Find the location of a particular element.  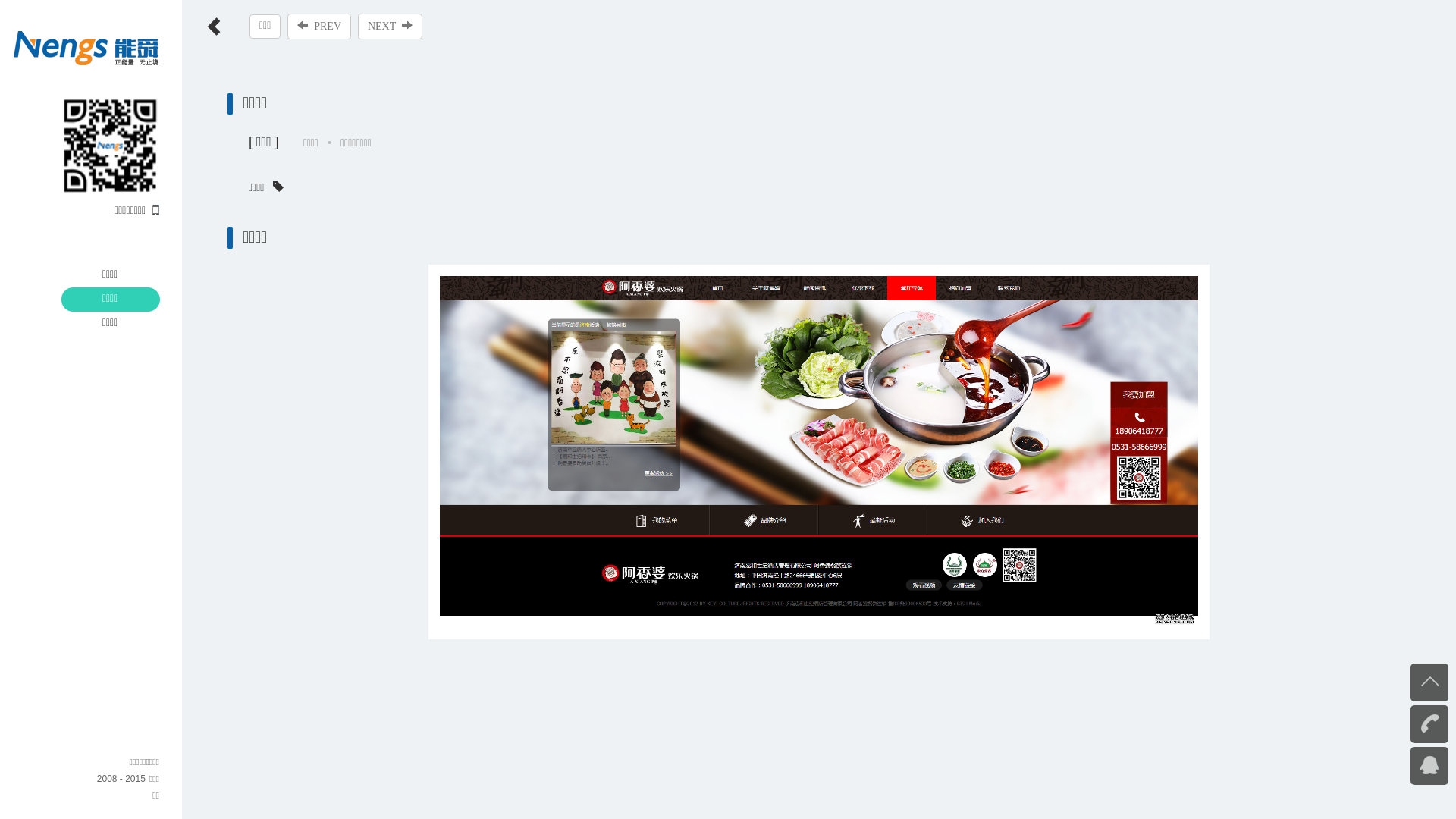

'NEXT' is located at coordinates (390, 26).